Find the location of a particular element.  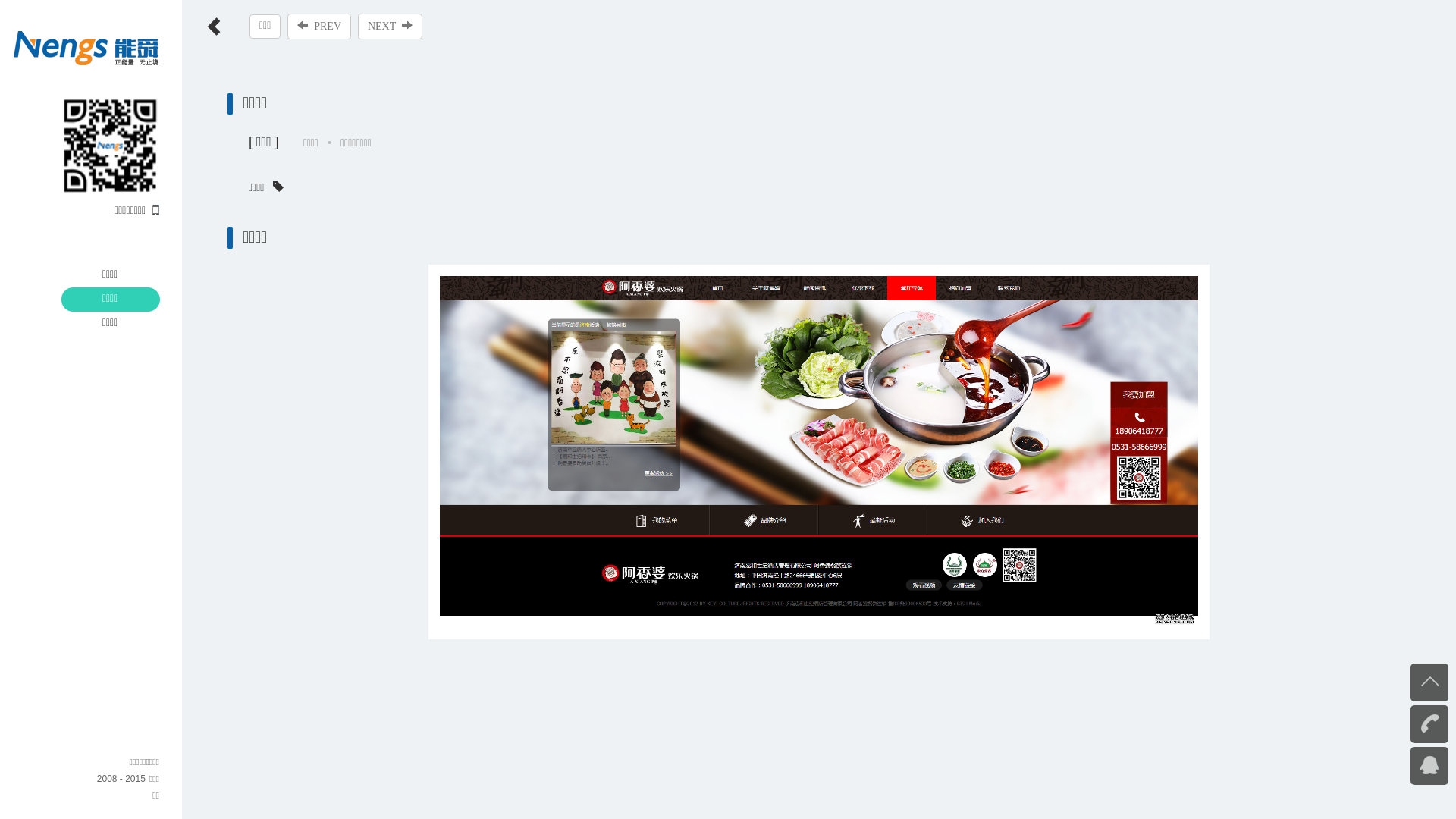

'NEXT' is located at coordinates (390, 26).